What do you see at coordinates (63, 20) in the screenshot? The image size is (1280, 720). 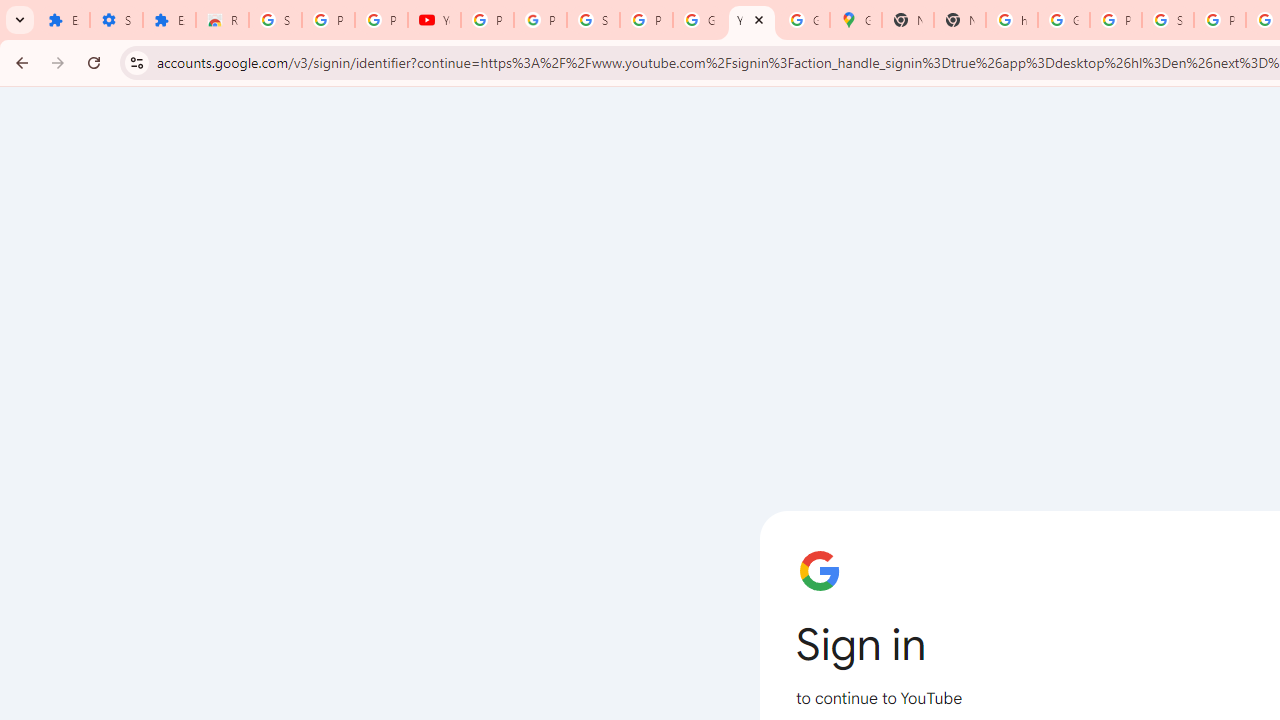 I see `'Extensions'` at bounding box center [63, 20].